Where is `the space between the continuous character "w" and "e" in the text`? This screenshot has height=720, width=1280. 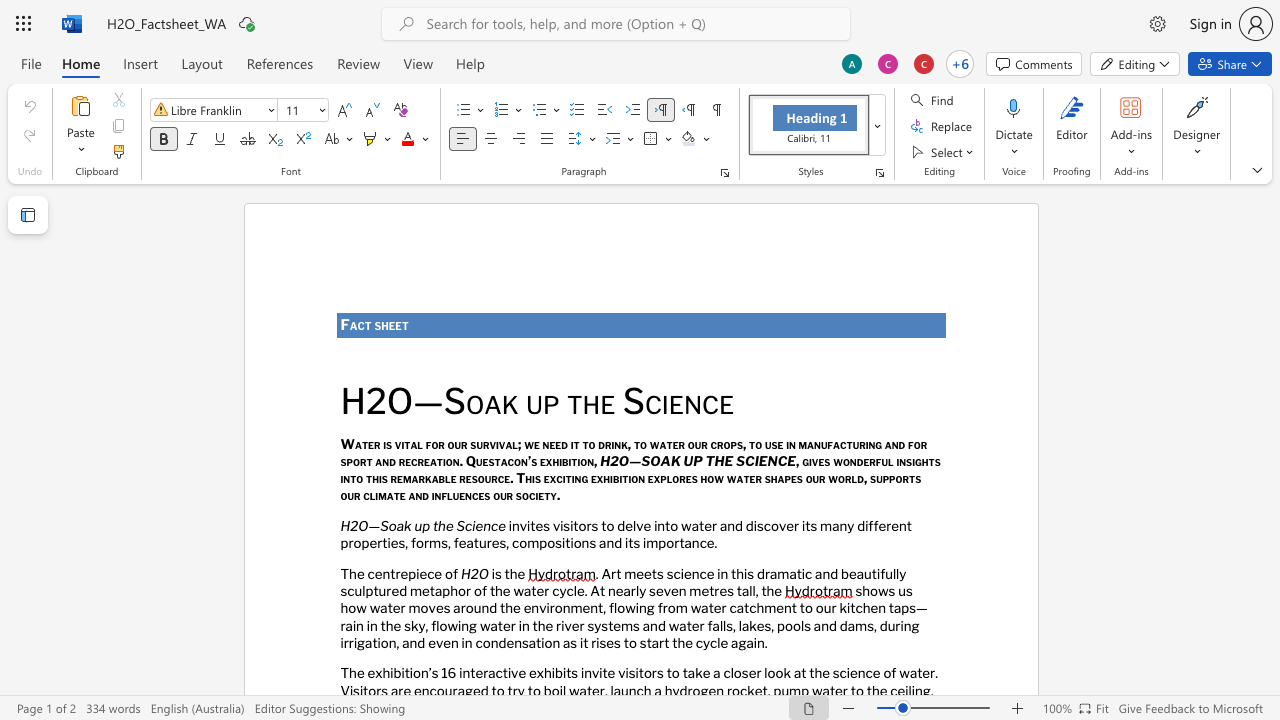
the space between the continuous character "w" and "e" in the text is located at coordinates (532, 442).